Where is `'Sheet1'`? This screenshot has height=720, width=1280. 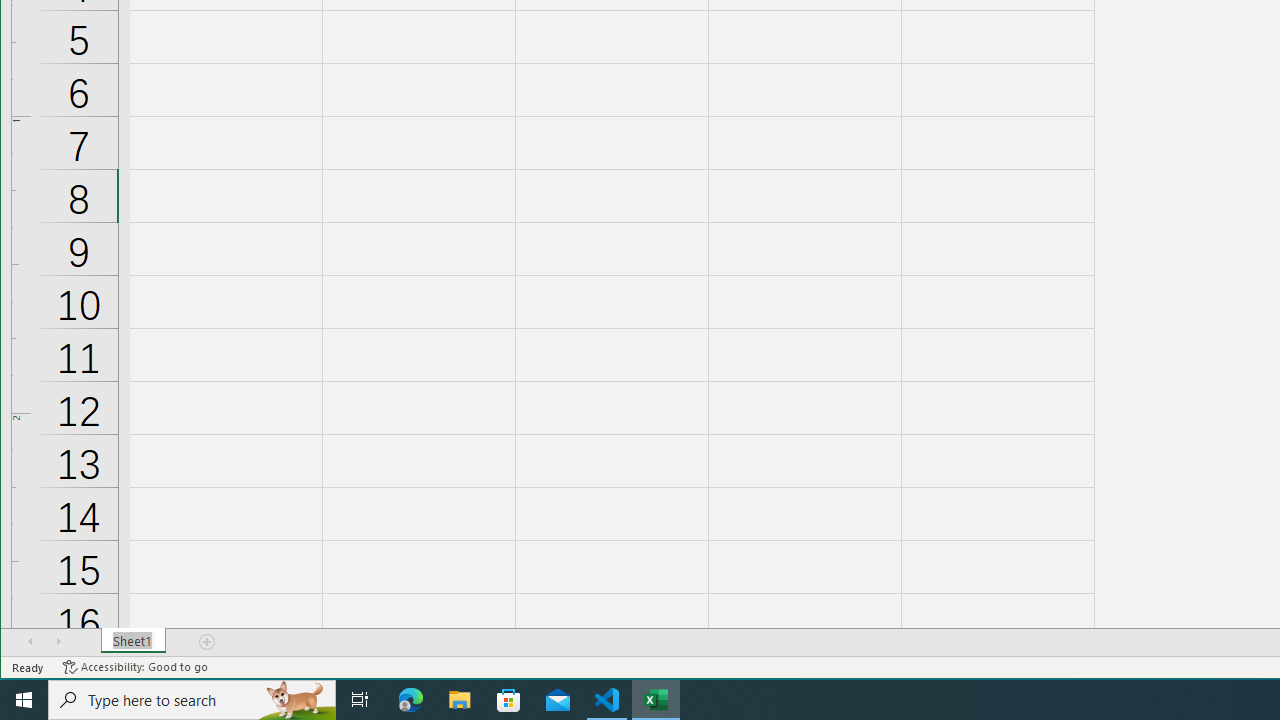
'Sheet1' is located at coordinates (132, 641).